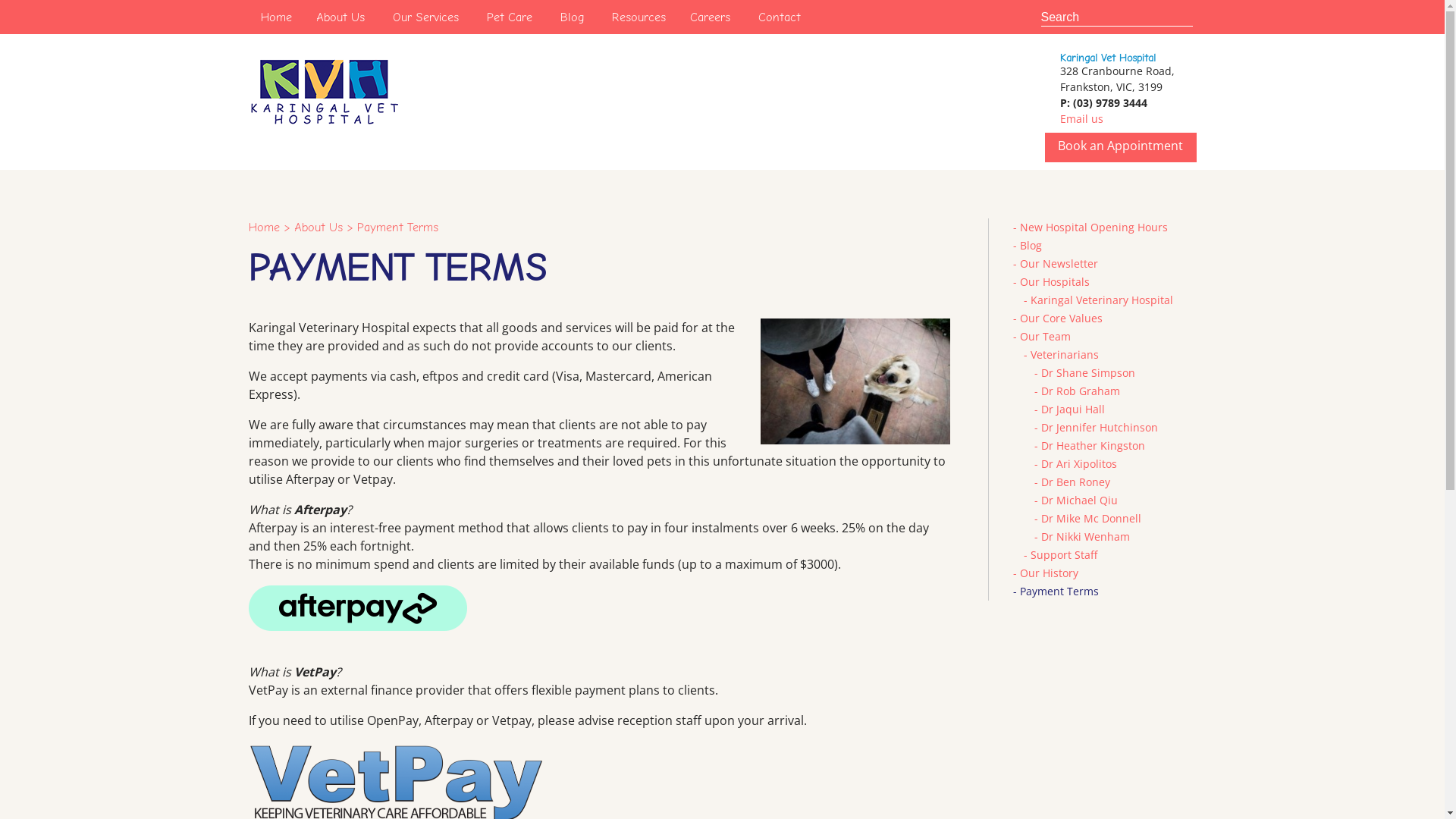 The width and height of the screenshot is (1456, 819). Describe the element at coordinates (546, 17) in the screenshot. I see `'Blog'` at that location.